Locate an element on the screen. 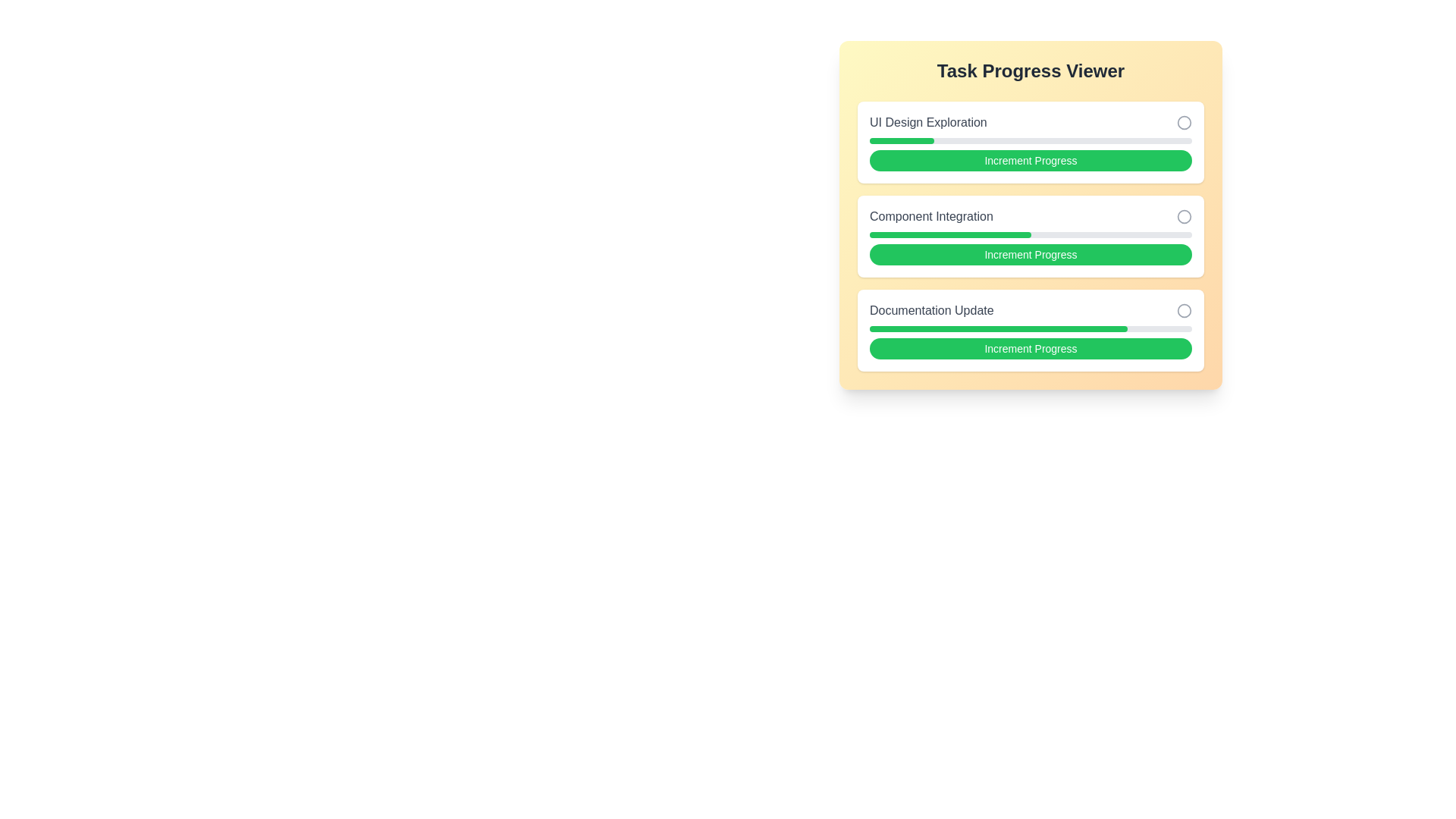 This screenshot has width=1456, height=819. the green progress bar indicating progress in the 'UI Design Exploration' section, which is the first progress indicator in the list, located below the label and above the increment button is located at coordinates (902, 140).